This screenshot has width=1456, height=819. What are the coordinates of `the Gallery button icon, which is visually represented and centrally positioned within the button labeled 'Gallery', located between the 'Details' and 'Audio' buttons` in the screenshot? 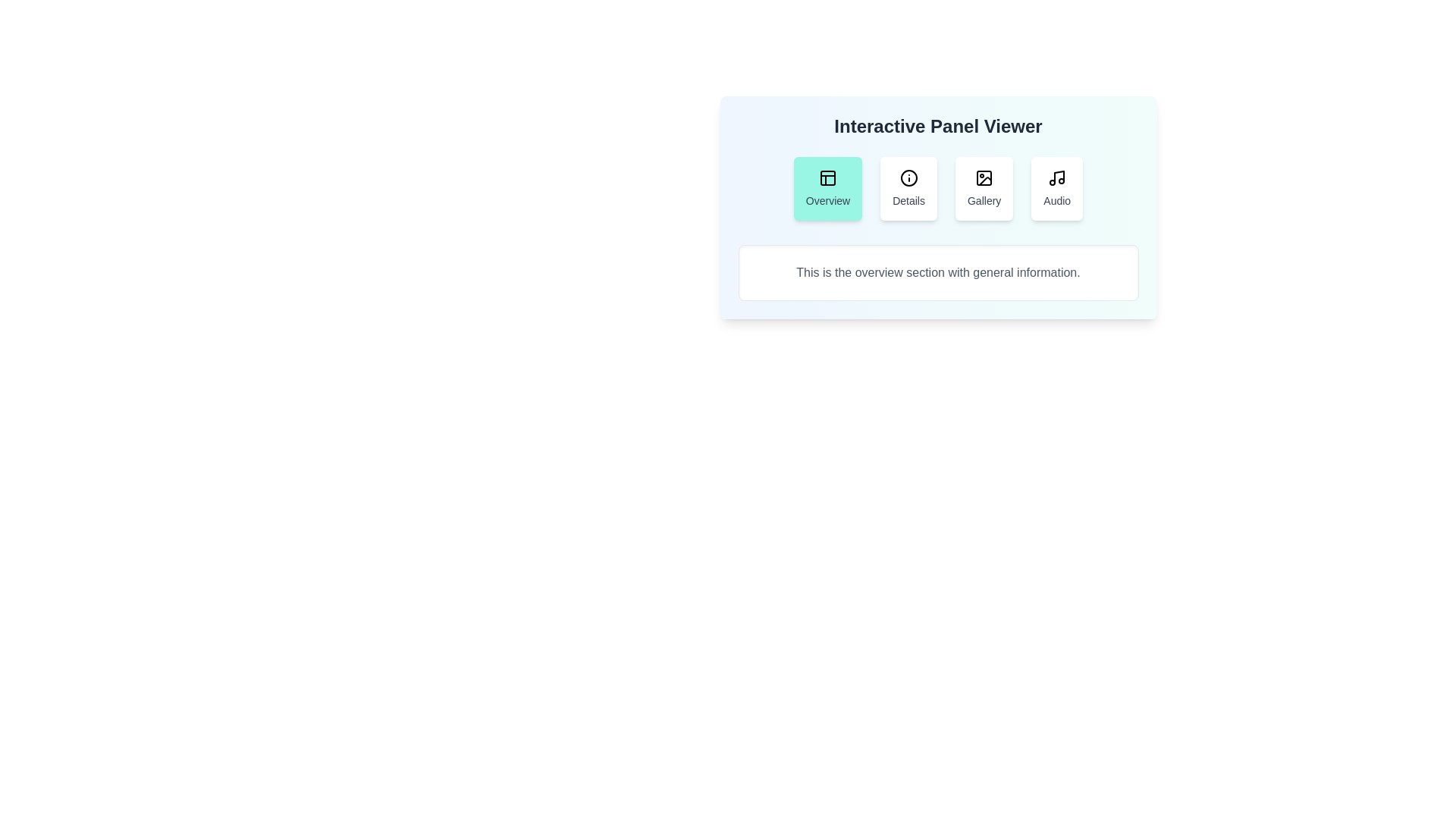 It's located at (984, 177).